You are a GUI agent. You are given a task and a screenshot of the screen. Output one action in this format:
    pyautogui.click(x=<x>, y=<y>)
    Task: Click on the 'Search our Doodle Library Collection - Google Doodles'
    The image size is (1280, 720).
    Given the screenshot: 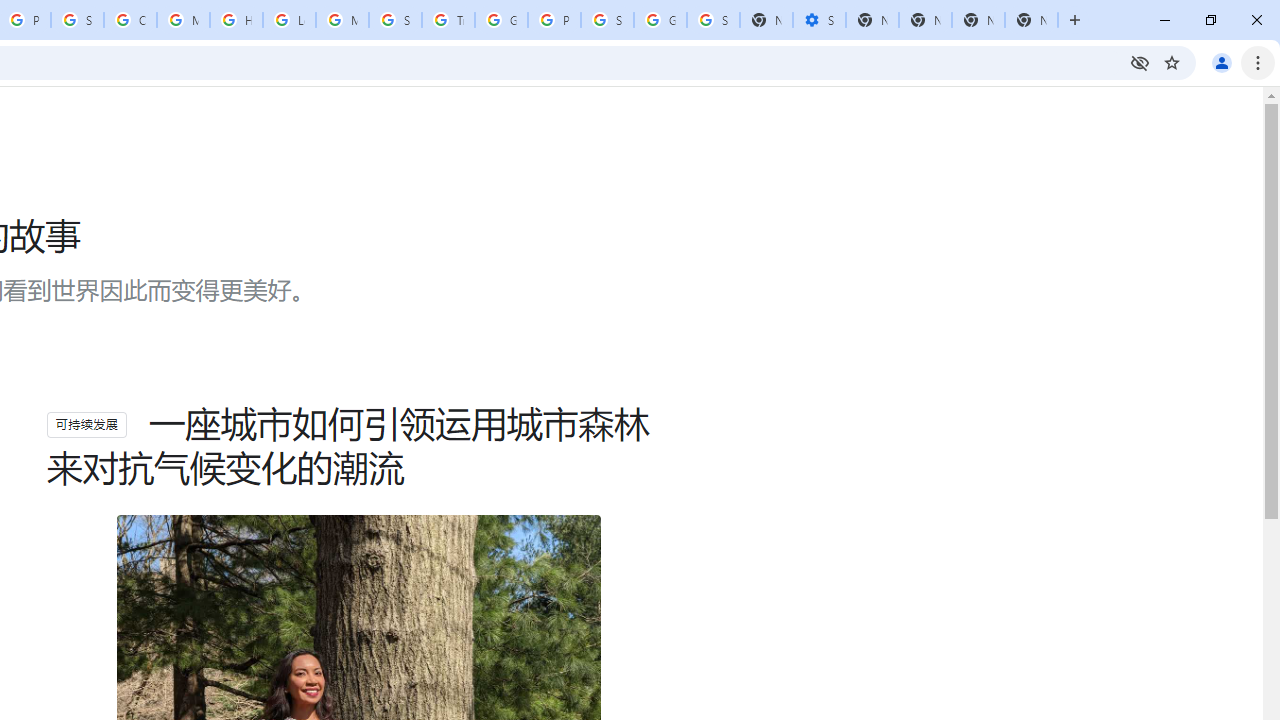 What is the action you would take?
    pyautogui.click(x=395, y=20)
    